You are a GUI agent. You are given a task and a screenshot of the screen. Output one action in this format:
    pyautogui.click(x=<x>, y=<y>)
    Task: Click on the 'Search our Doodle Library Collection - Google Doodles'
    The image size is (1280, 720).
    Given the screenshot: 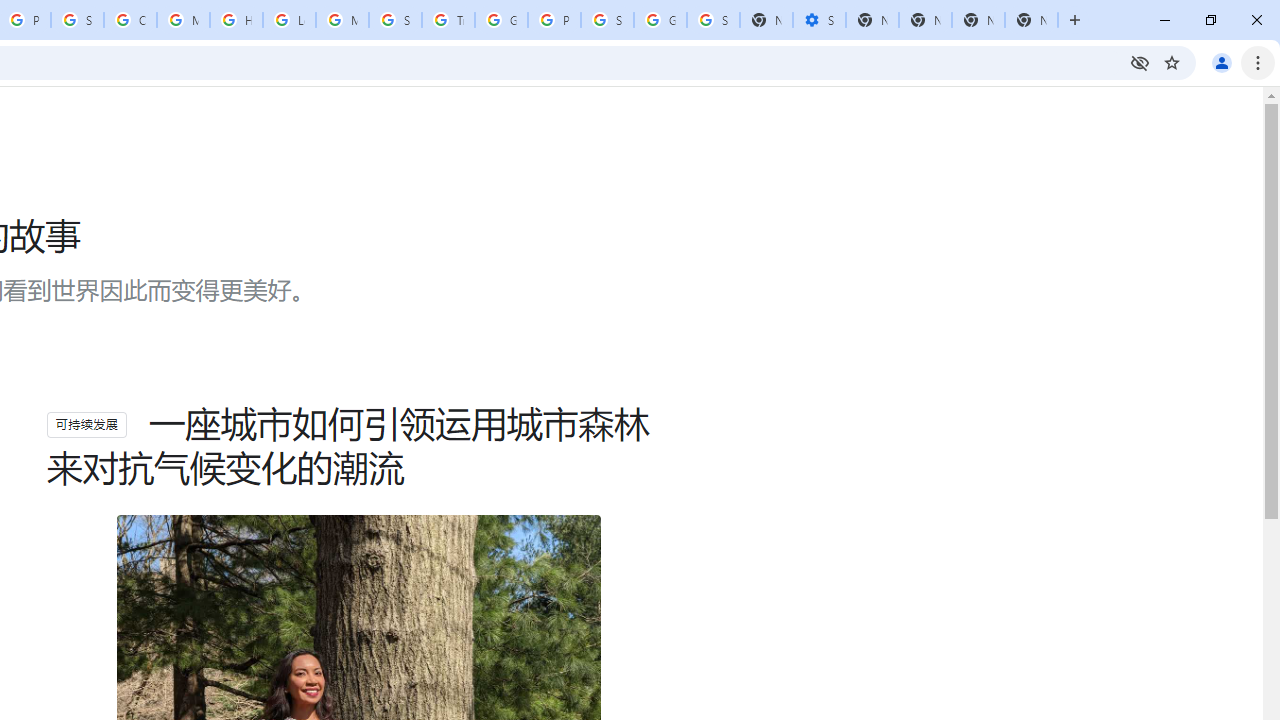 What is the action you would take?
    pyautogui.click(x=395, y=20)
    